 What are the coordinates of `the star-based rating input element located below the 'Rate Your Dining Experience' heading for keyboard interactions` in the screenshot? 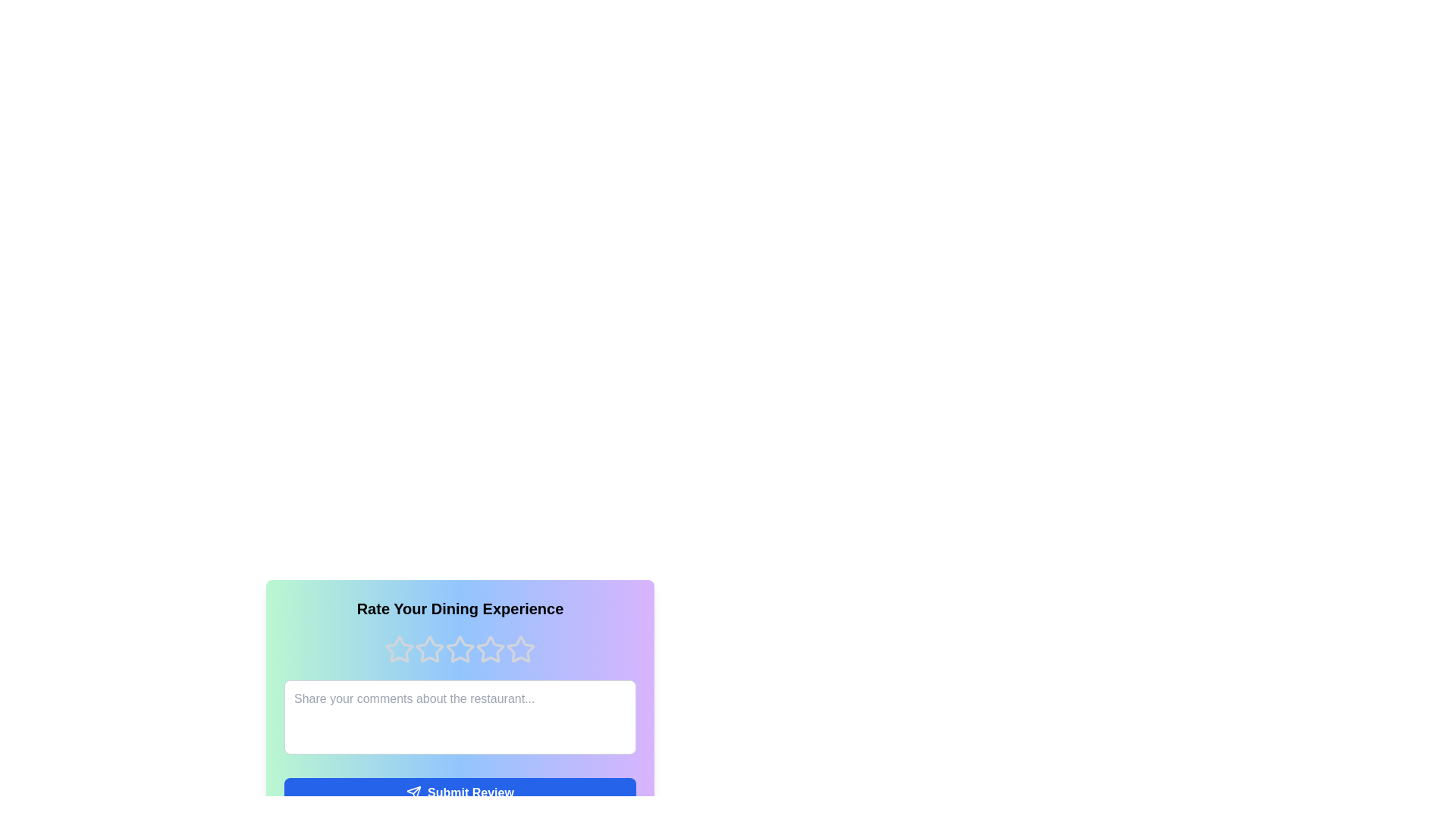 It's located at (459, 648).